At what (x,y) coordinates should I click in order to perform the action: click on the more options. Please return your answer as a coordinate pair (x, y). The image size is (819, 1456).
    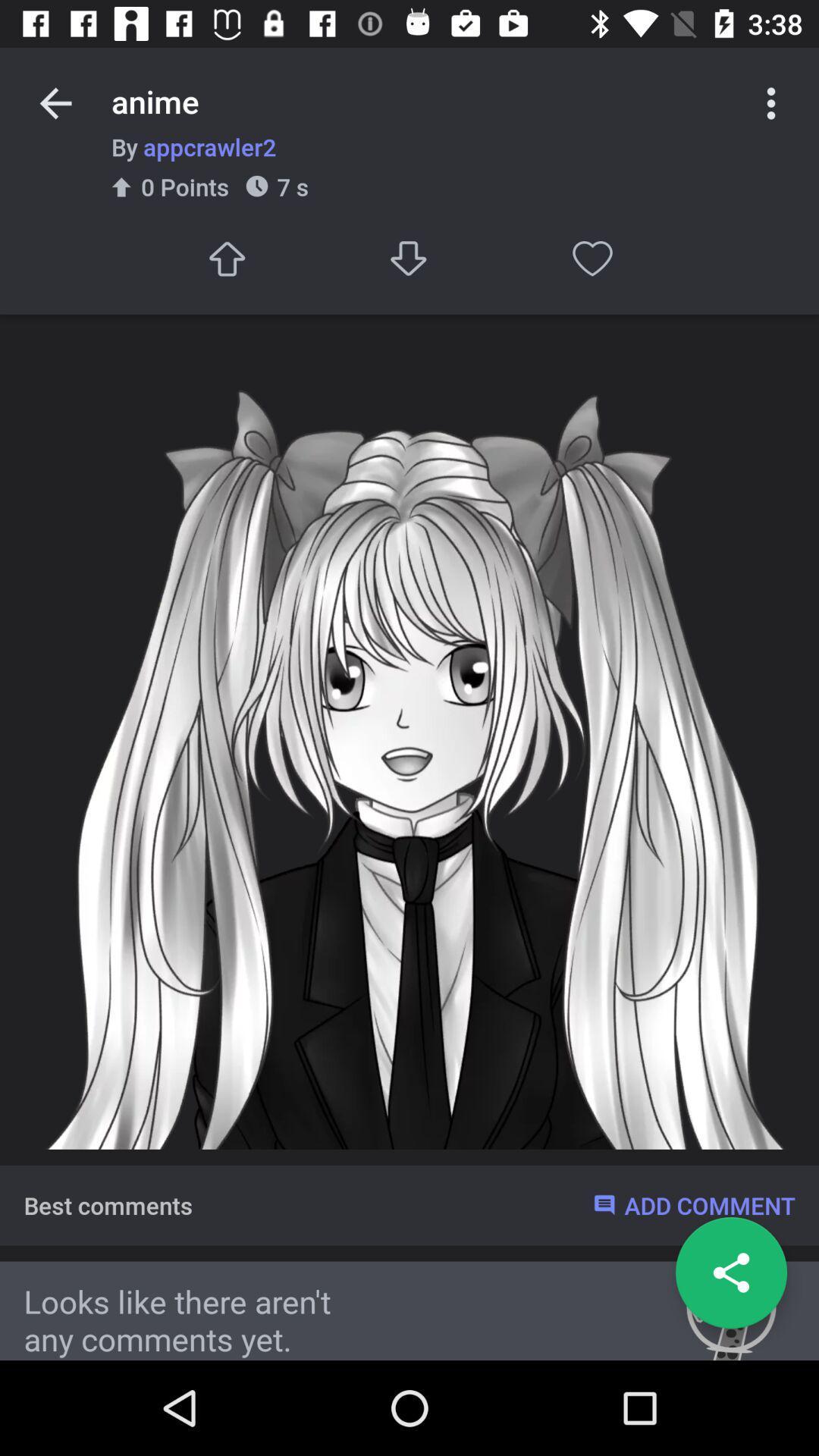
    Looking at the image, I should click on (771, 102).